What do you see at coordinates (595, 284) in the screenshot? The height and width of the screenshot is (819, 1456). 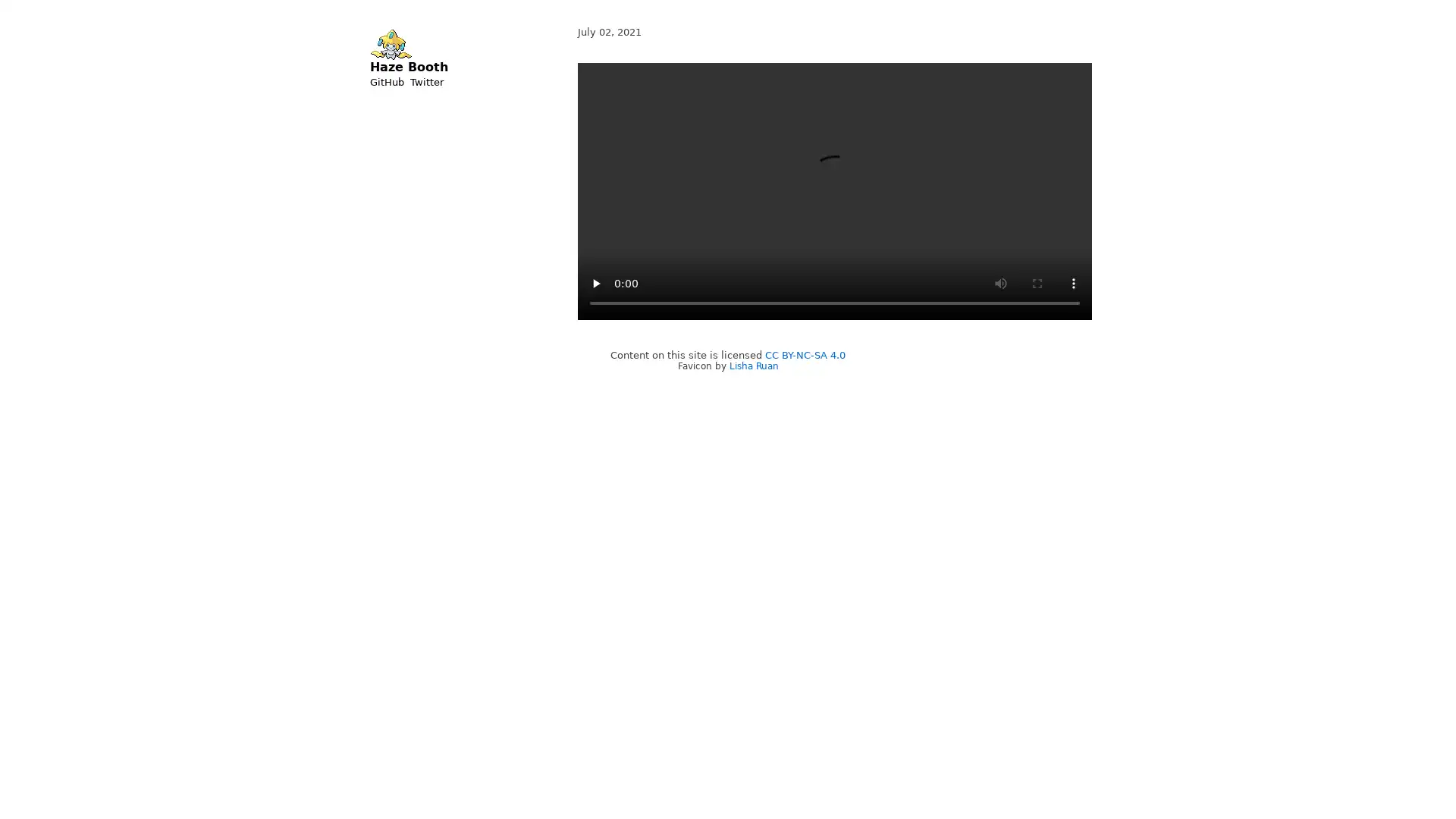 I see `play` at bounding box center [595, 284].